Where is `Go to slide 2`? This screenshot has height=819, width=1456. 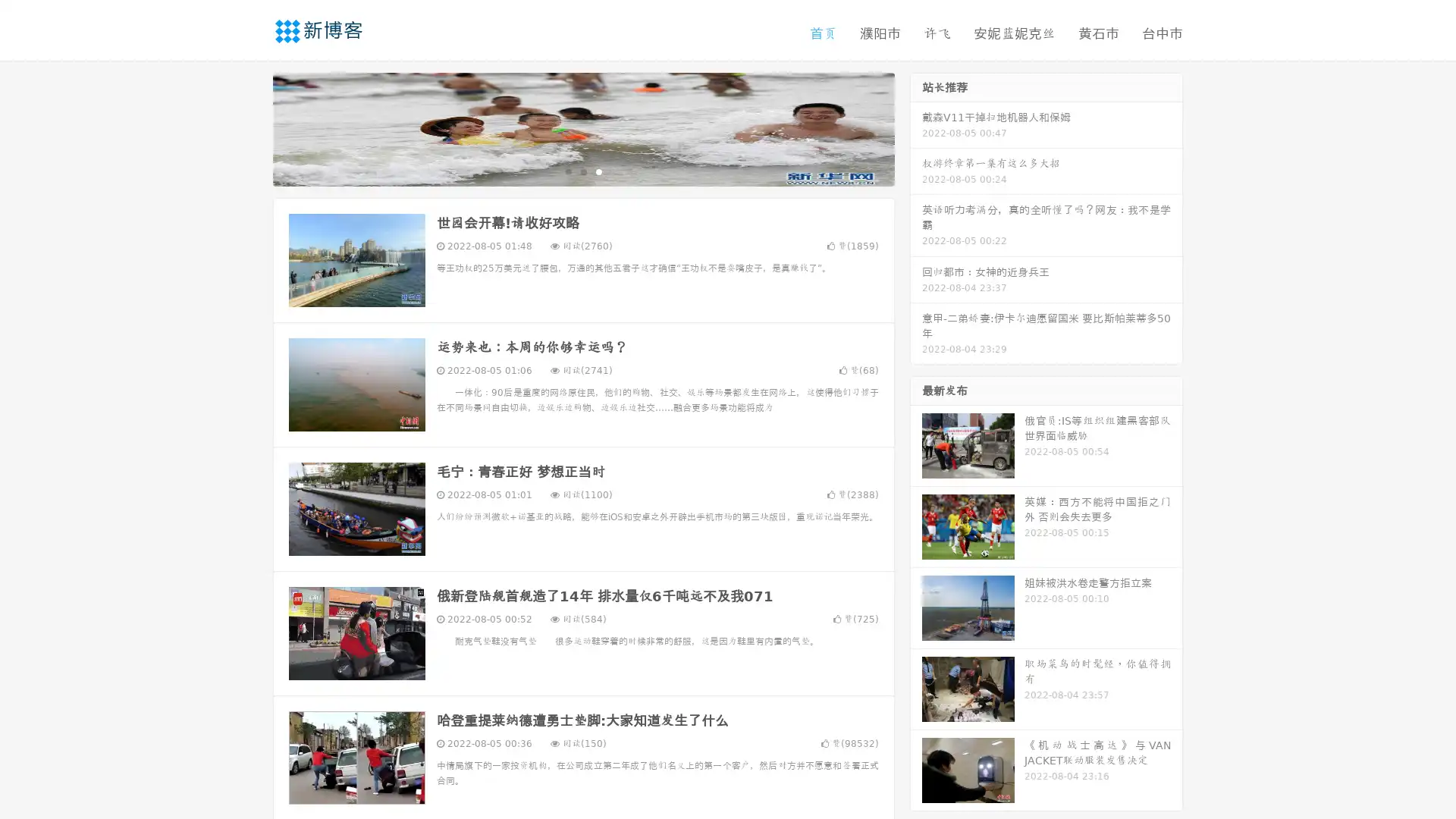
Go to slide 2 is located at coordinates (582, 171).